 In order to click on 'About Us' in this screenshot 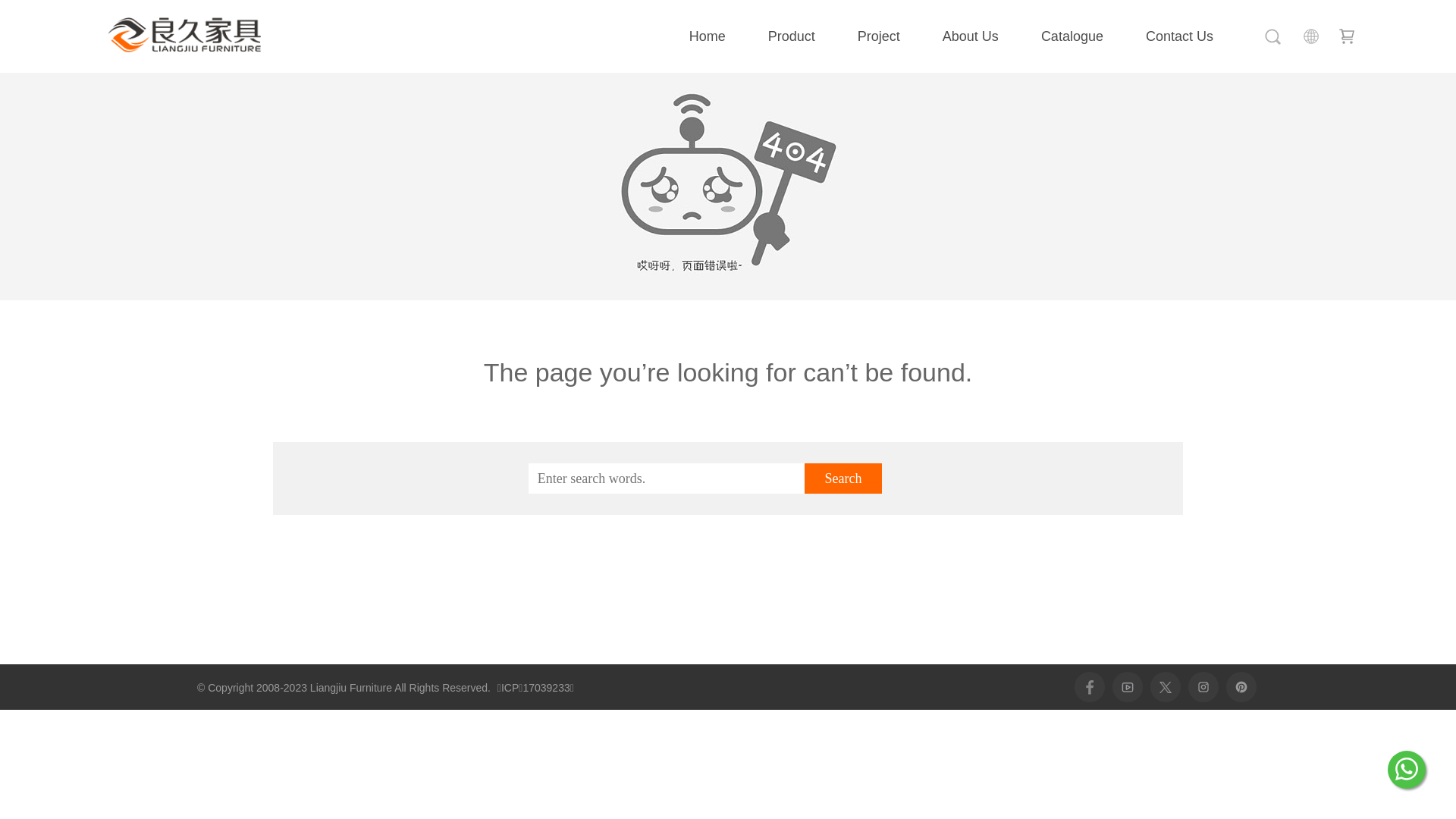, I will do `click(971, 35)`.